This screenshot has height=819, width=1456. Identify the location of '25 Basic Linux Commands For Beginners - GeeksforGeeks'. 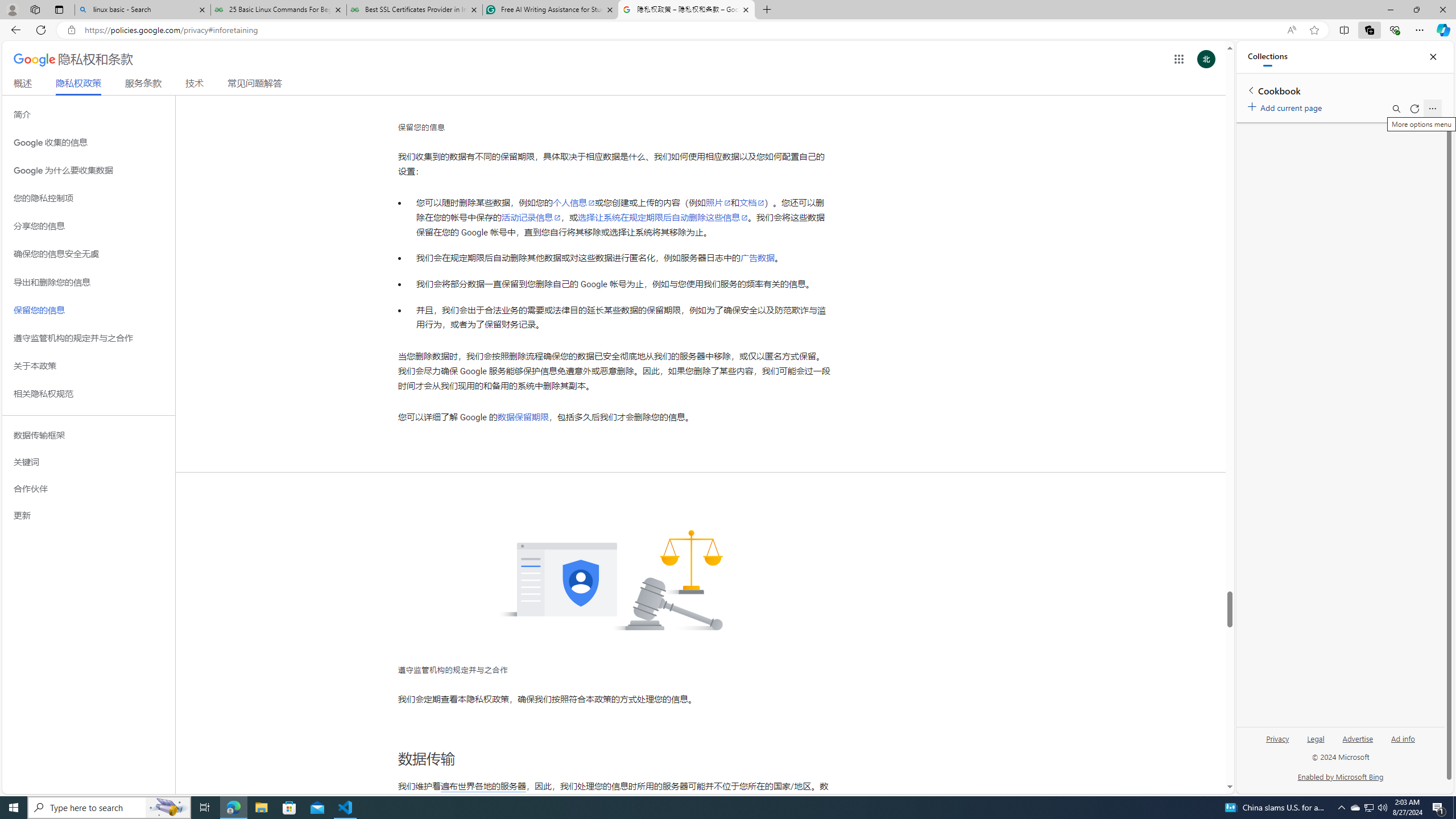
(278, 9).